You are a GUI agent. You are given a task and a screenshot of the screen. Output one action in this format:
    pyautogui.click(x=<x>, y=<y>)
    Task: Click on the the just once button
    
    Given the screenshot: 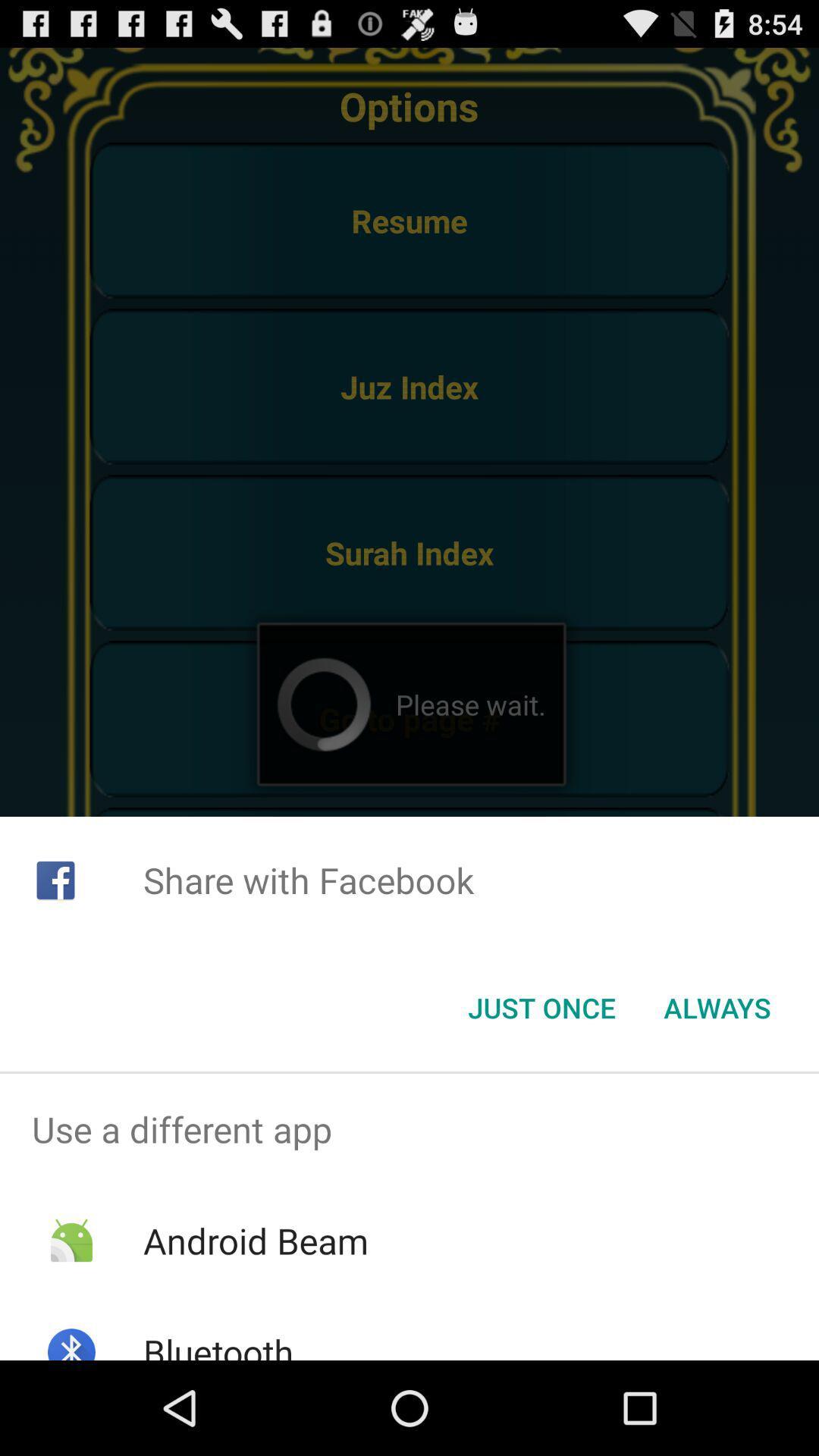 What is the action you would take?
    pyautogui.click(x=541, y=1008)
    